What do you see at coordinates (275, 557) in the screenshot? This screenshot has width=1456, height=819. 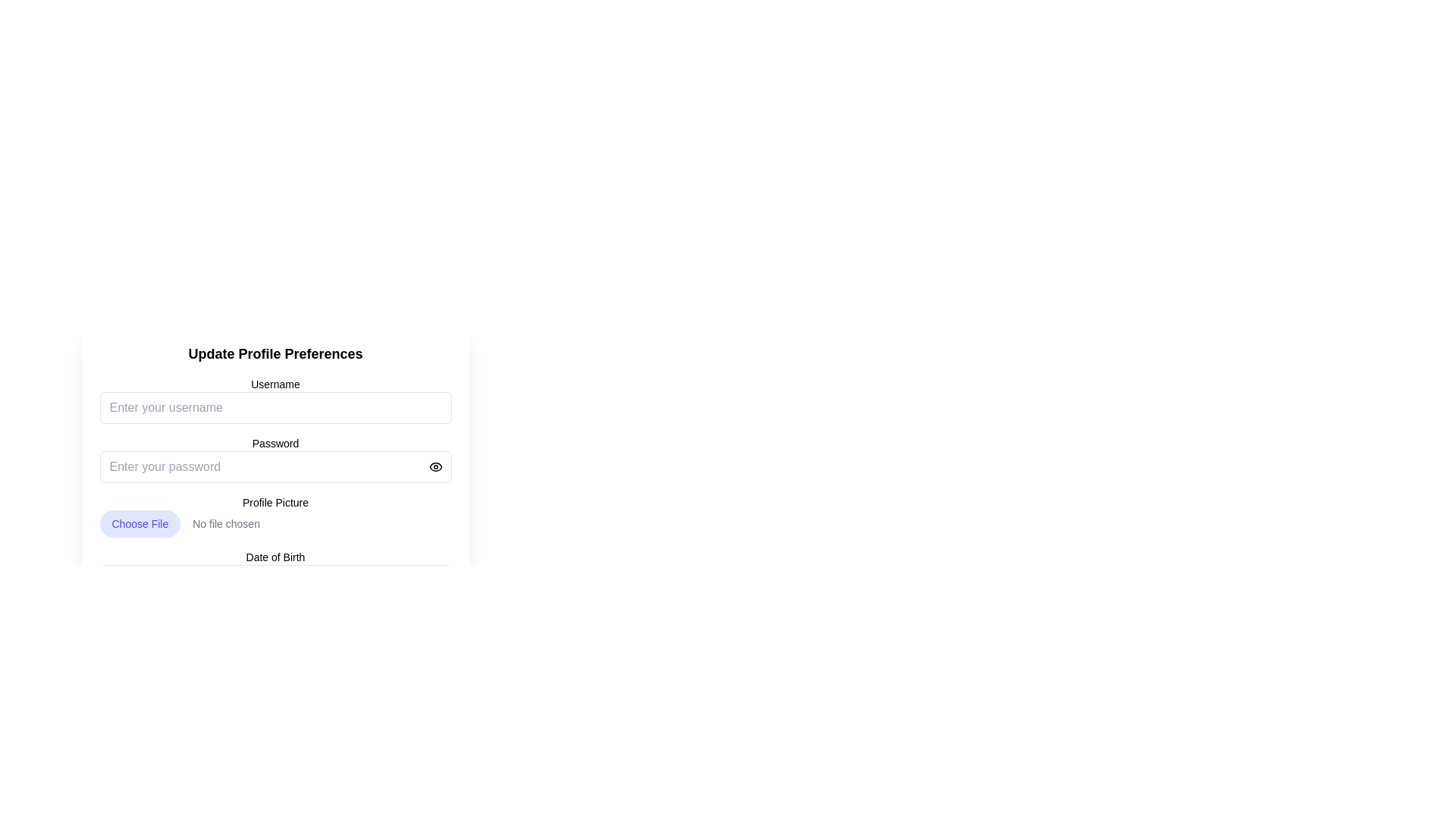 I see `the Text Label that indicates the date of birth input field, which is positioned at the bottom of the updated profile preferences form, immediately above the date input field and calendar icon` at bounding box center [275, 557].